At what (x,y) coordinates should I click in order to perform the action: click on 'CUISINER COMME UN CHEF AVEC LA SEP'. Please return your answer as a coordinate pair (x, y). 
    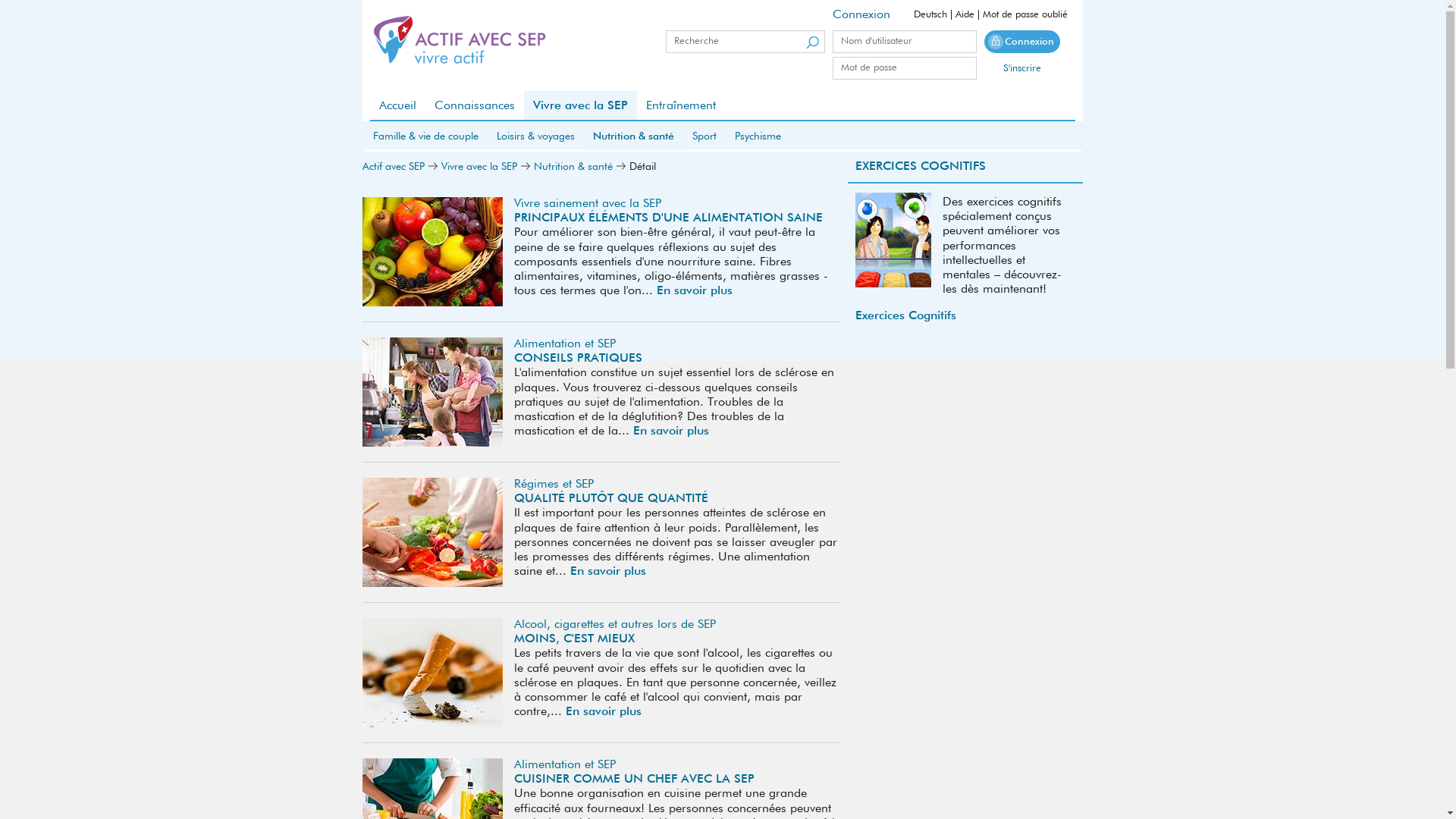
    Looking at the image, I should click on (634, 780).